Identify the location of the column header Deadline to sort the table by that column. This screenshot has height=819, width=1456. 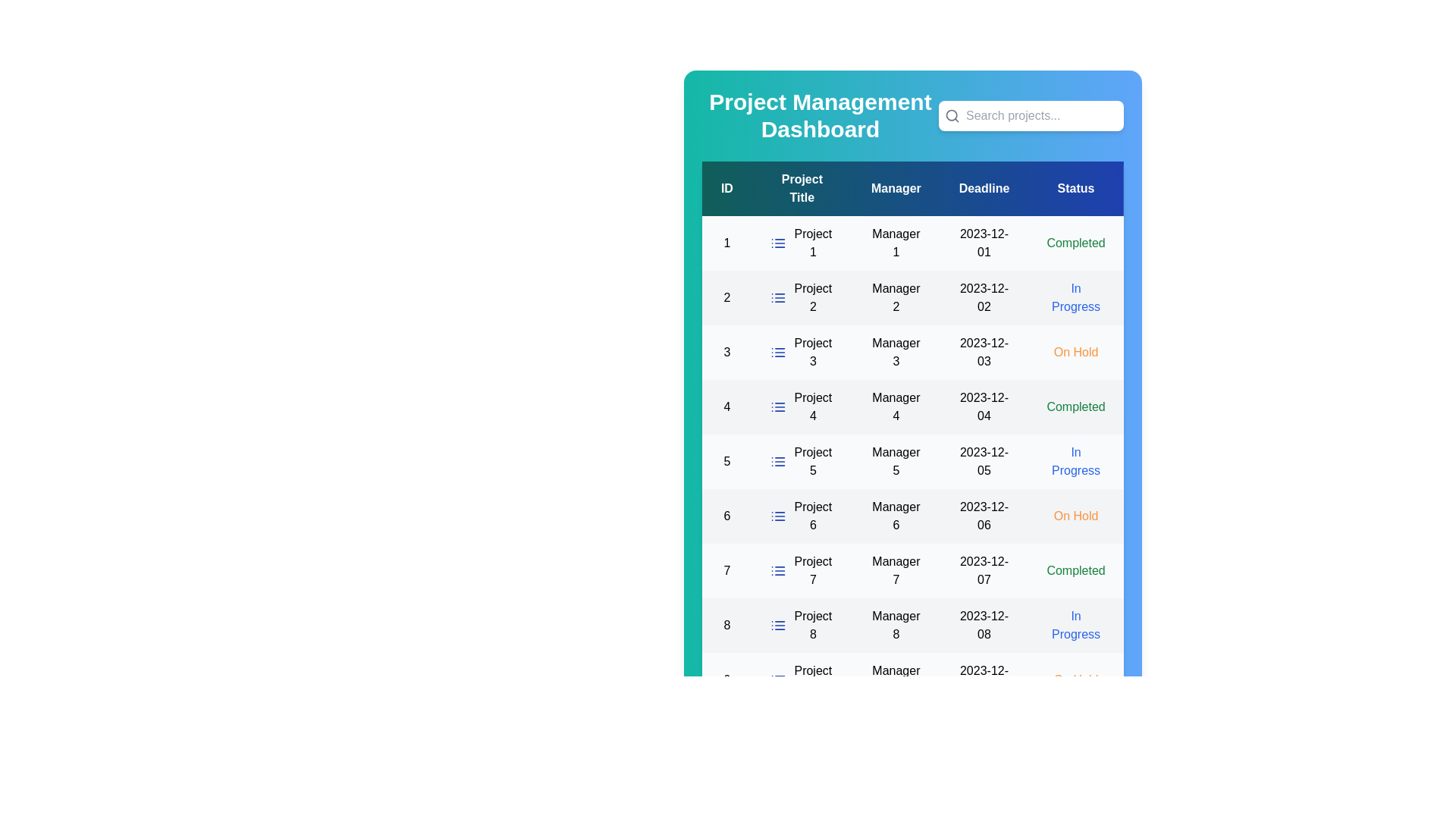
(984, 188).